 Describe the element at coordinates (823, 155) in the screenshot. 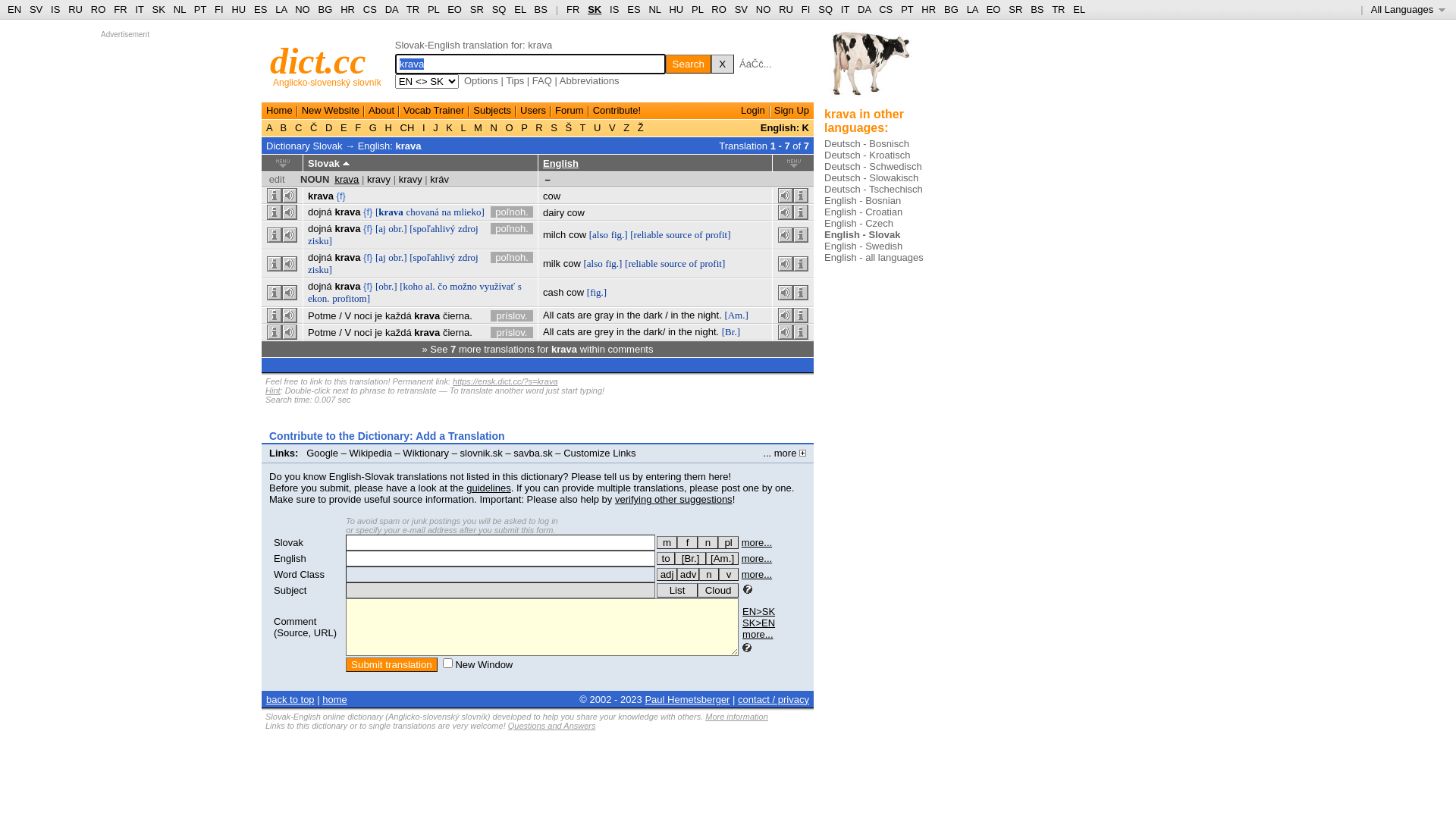

I see `'Deutsch - Kroatisch'` at that location.